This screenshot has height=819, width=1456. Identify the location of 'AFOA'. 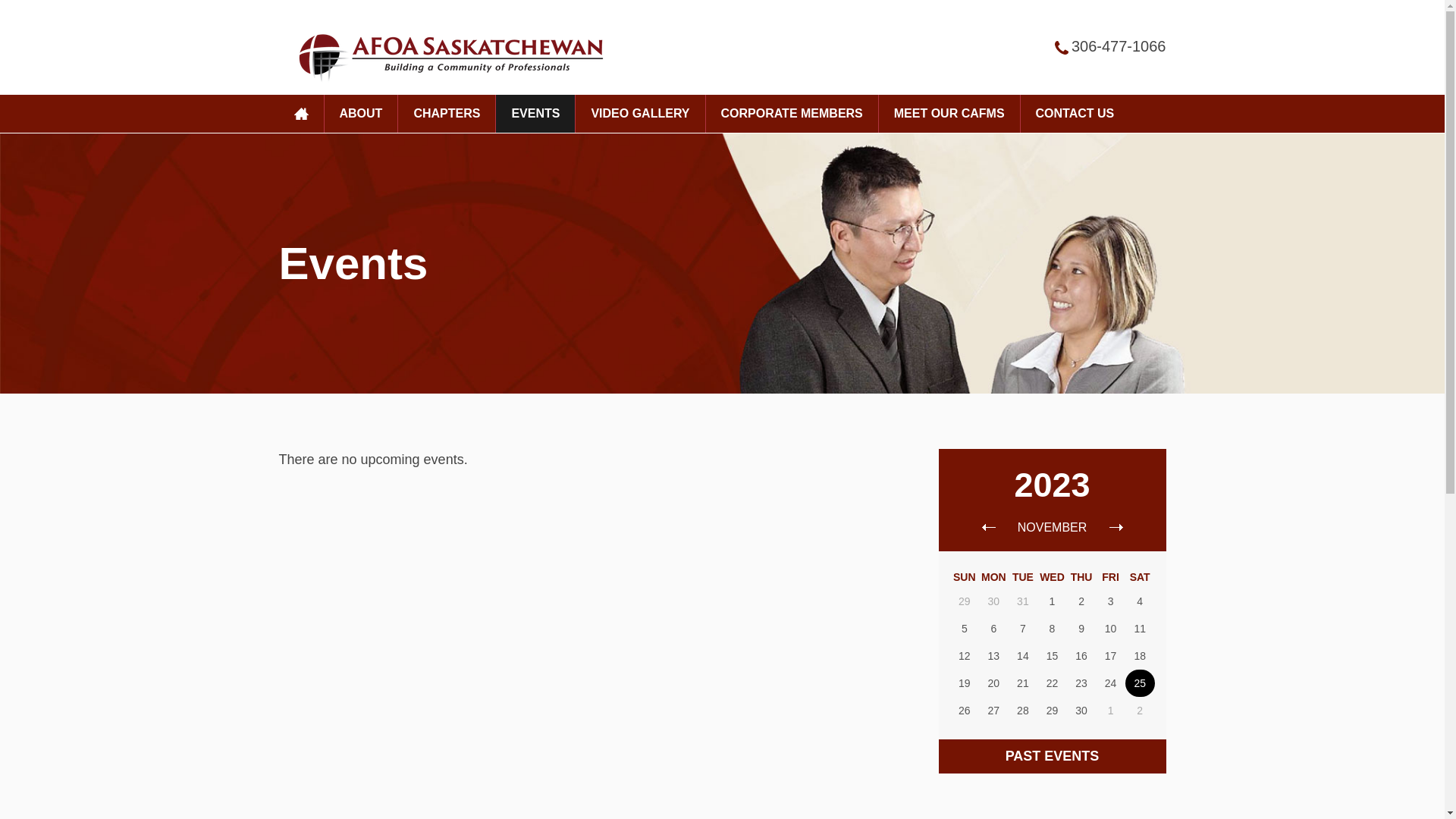
(446, 54).